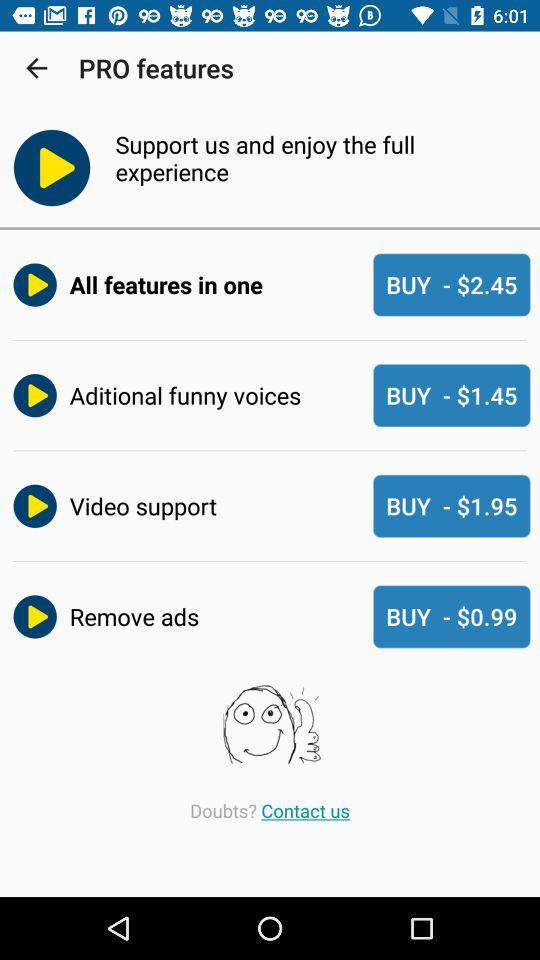 The width and height of the screenshot is (540, 960). What do you see at coordinates (36, 68) in the screenshot?
I see `item next to the pro features item` at bounding box center [36, 68].